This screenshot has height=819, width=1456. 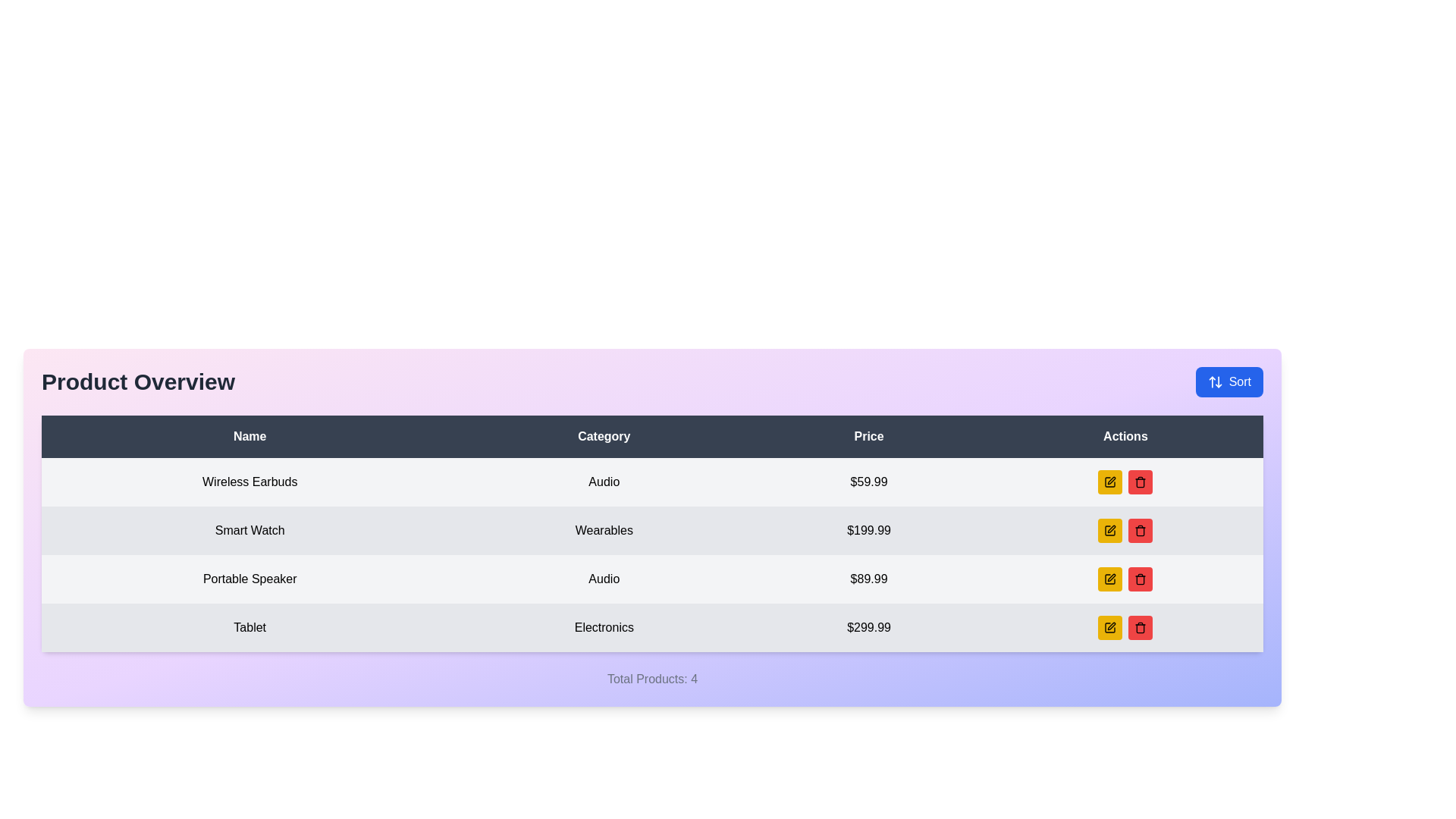 What do you see at coordinates (1141, 529) in the screenshot?
I see `the center of the delete button in the Actions column of the table` at bounding box center [1141, 529].